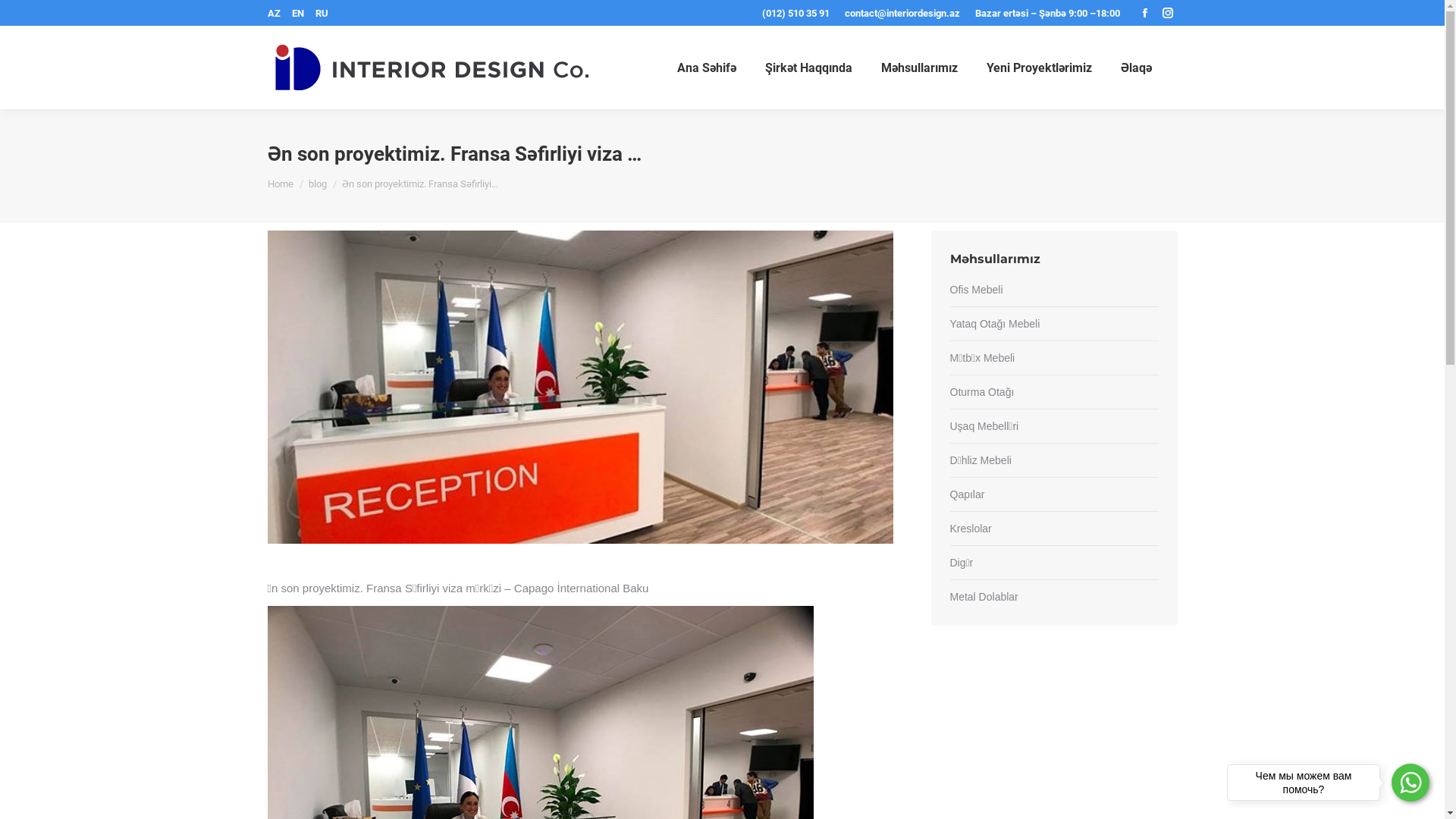 The width and height of the screenshot is (1456, 819). Describe the element at coordinates (969, 528) in the screenshot. I see `'Kreslolar'` at that location.